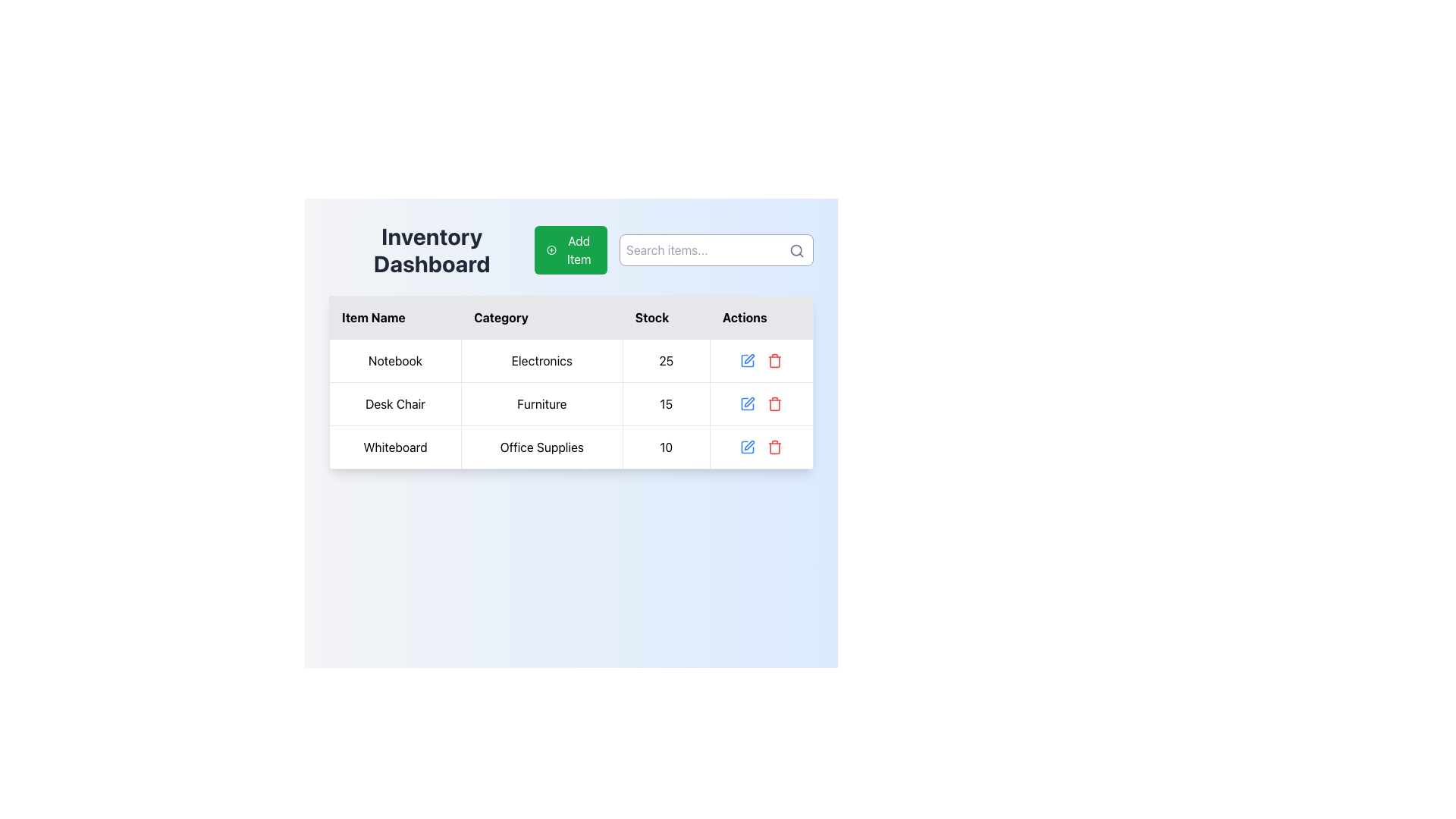  What do you see at coordinates (395, 317) in the screenshot?
I see `the 'Item Name' header label of the table, which indicates that the data beneath it corresponds to item names` at bounding box center [395, 317].